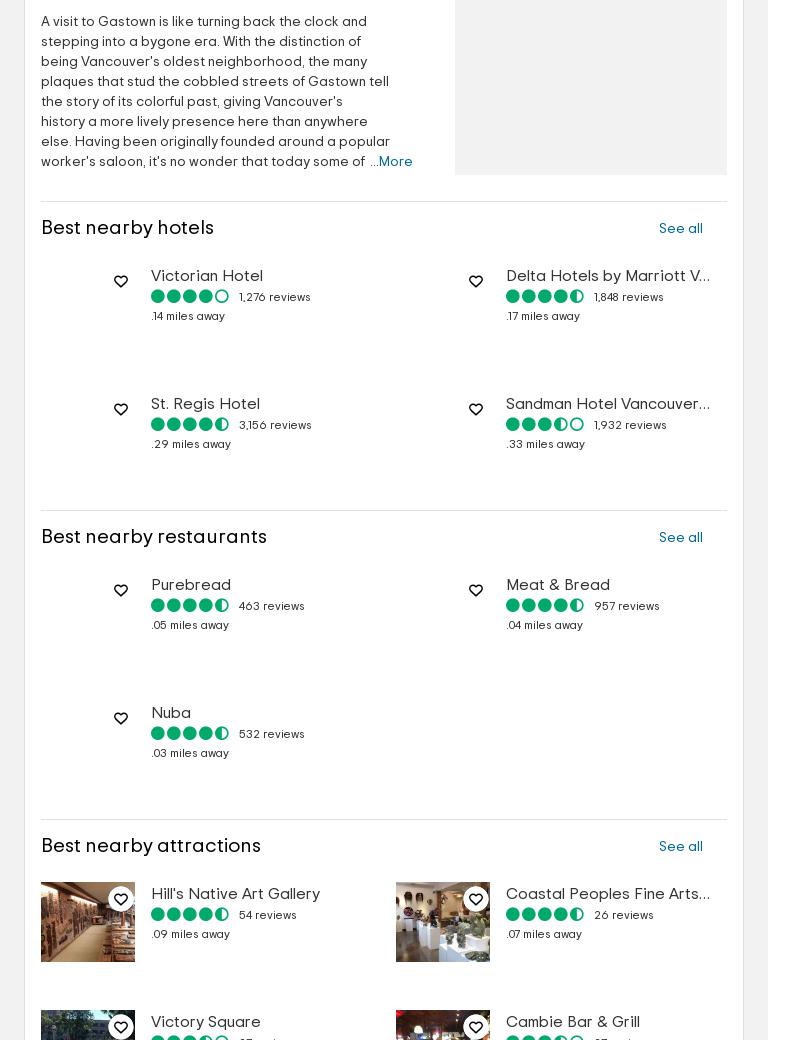 Image resolution: width=805 pixels, height=1040 pixels. I want to click on 'the story of its colorful past, giving Vancouver's', so click(190, 101).